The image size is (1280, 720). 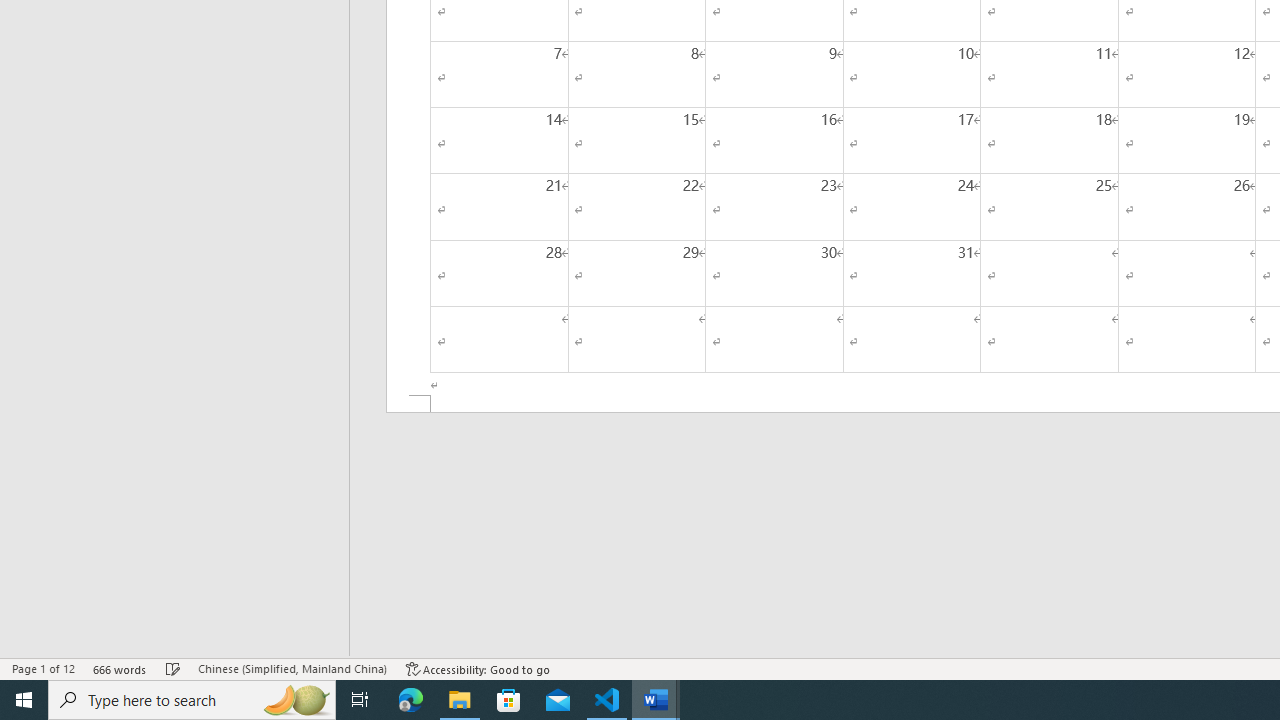 I want to click on 'Microsoft Edge', so click(x=410, y=698).